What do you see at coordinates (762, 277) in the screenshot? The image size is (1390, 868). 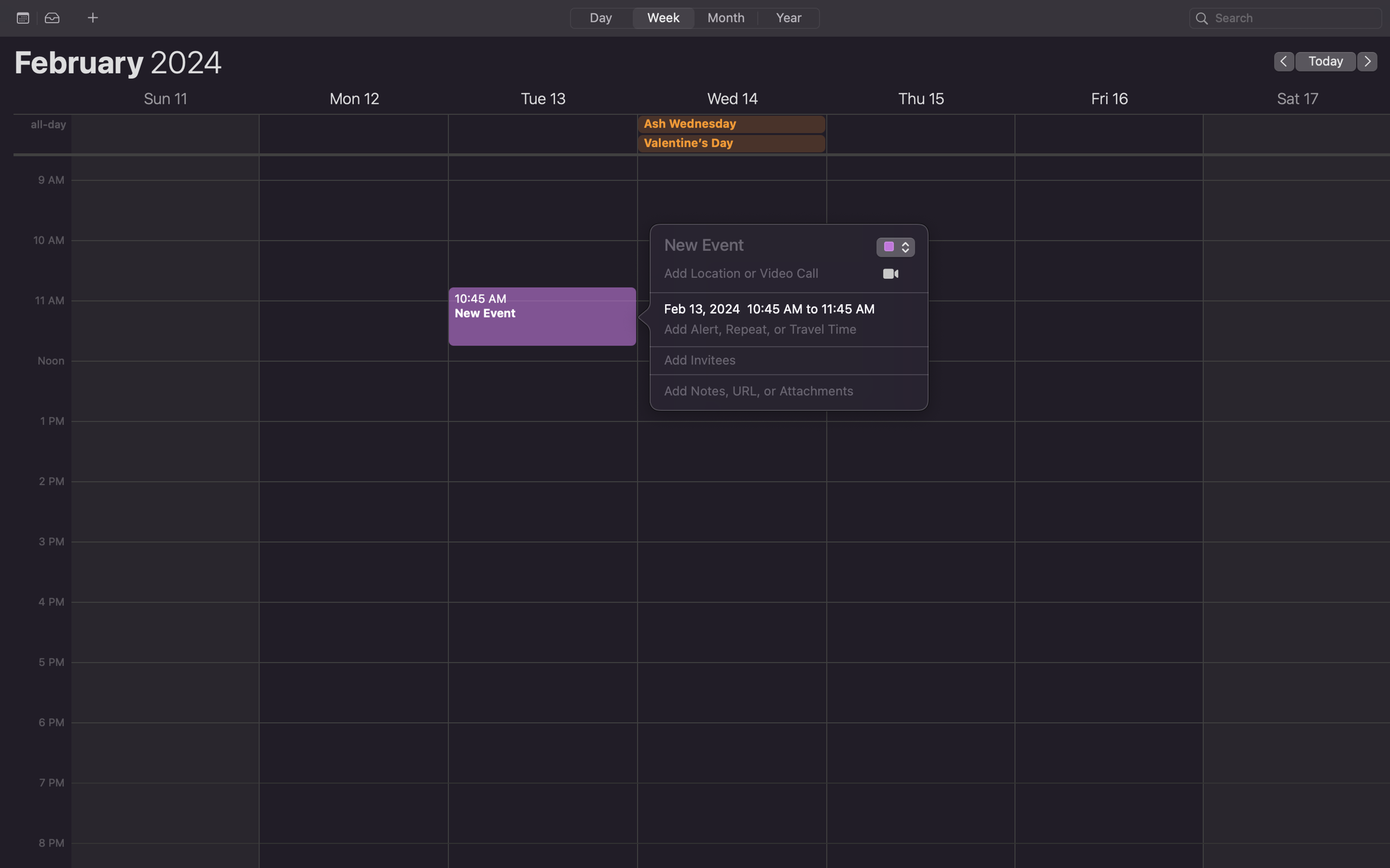 I see `Input the place "Gates Hillman Center" into the location field` at bounding box center [762, 277].